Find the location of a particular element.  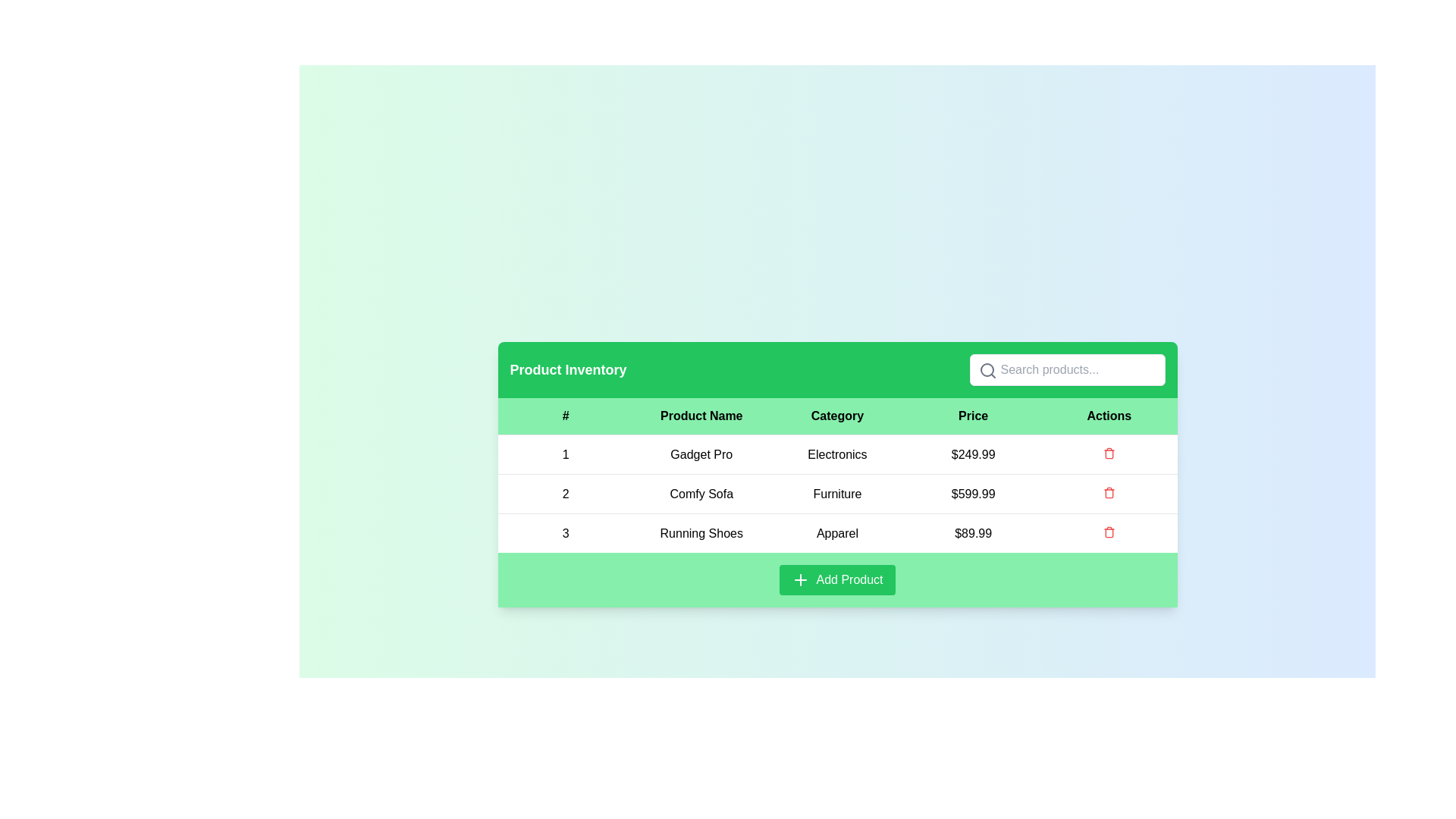

the static text element that displays the name of the first product item in the inventory list, located in the second cell of the first row of the product table is located at coordinates (701, 453).